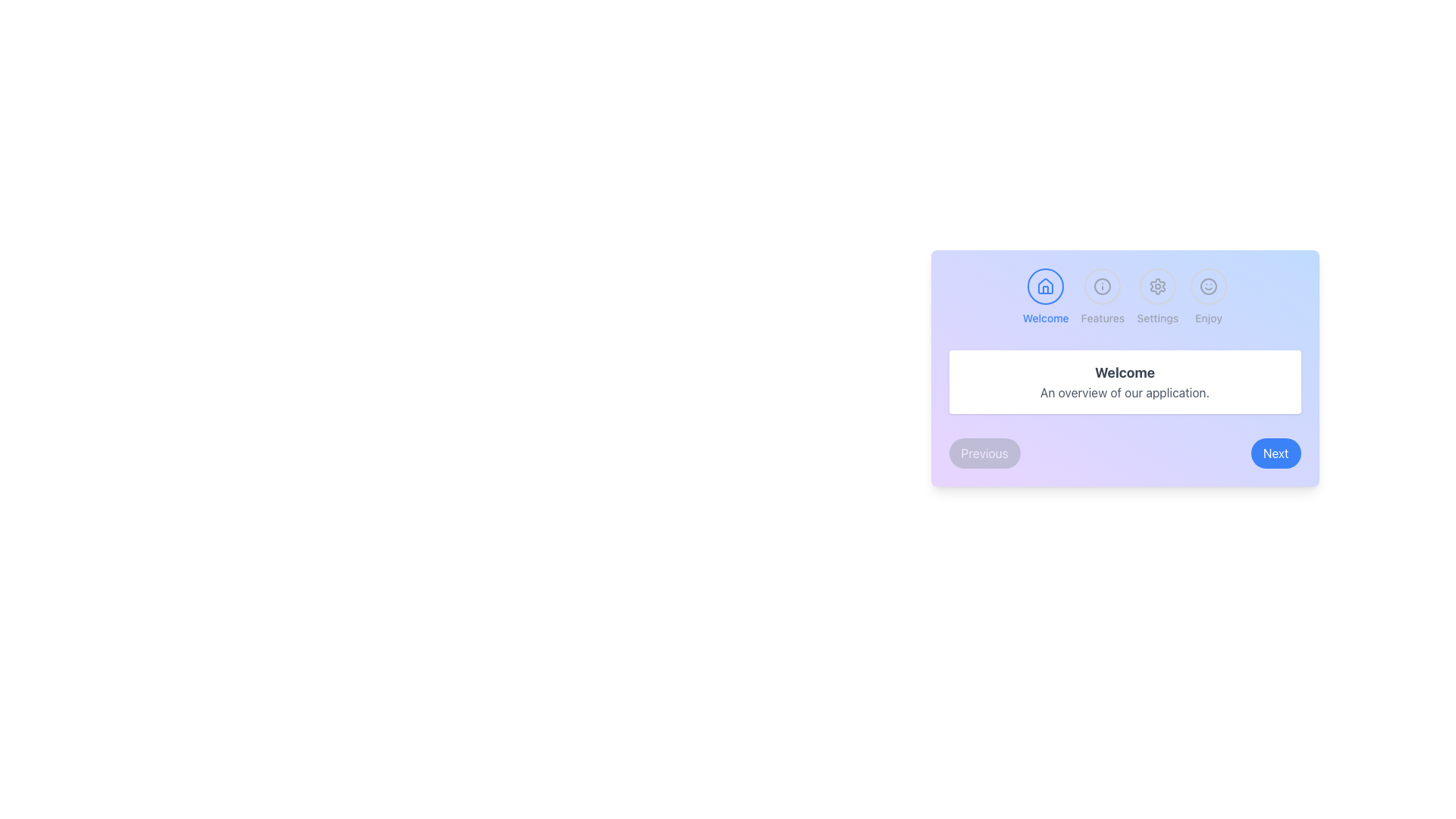 This screenshot has height=819, width=1456. What do you see at coordinates (1125, 381) in the screenshot?
I see `the welcome message text block, which is centrally located beneath the menu options and above the 'Previous' and 'Next' buttons` at bounding box center [1125, 381].